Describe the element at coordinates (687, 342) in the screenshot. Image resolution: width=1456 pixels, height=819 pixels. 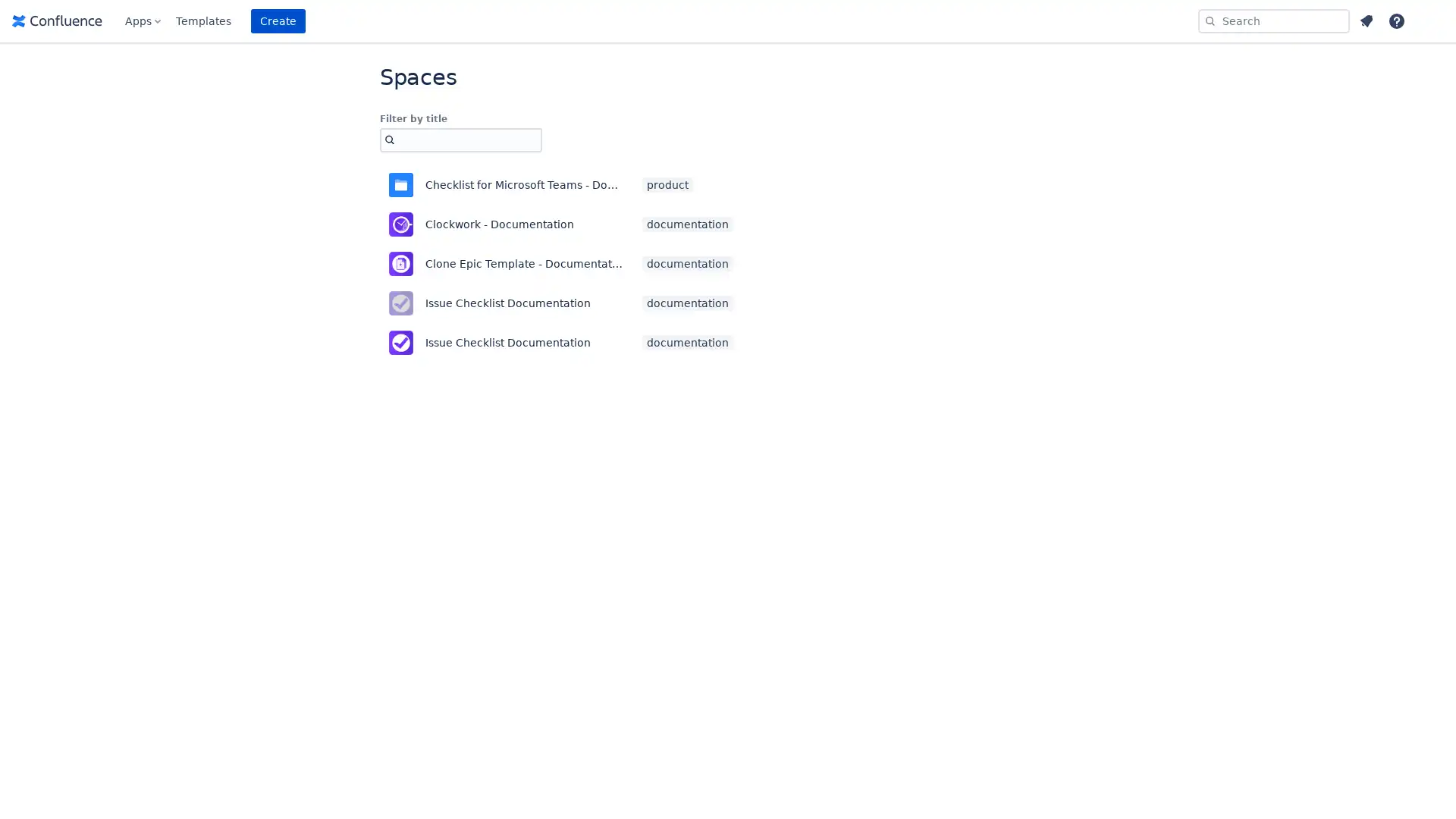
I see `documentation` at that location.